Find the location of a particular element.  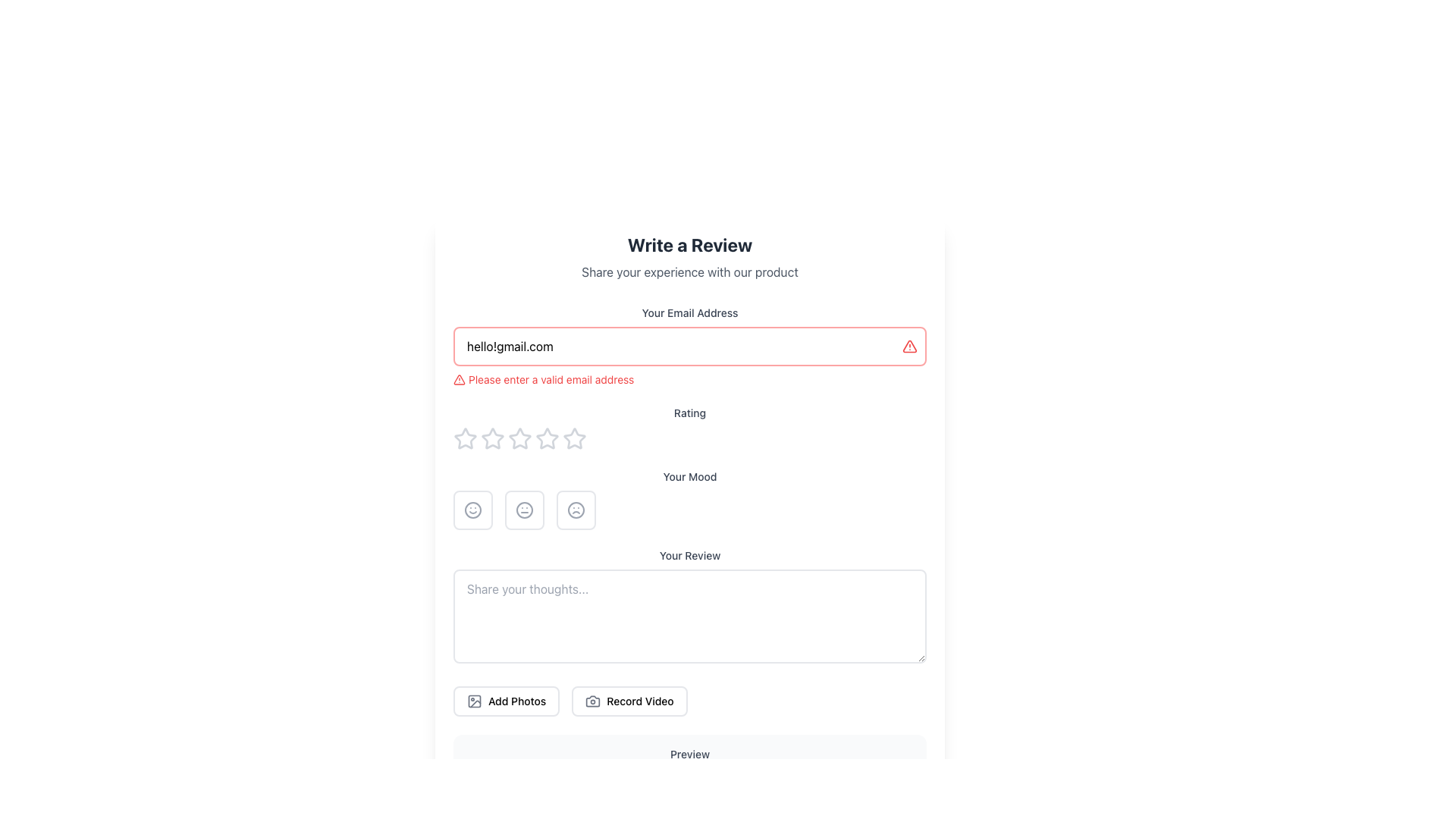

the static text label that describes the rating interface, positioned above the row of star icons is located at coordinates (689, 413).